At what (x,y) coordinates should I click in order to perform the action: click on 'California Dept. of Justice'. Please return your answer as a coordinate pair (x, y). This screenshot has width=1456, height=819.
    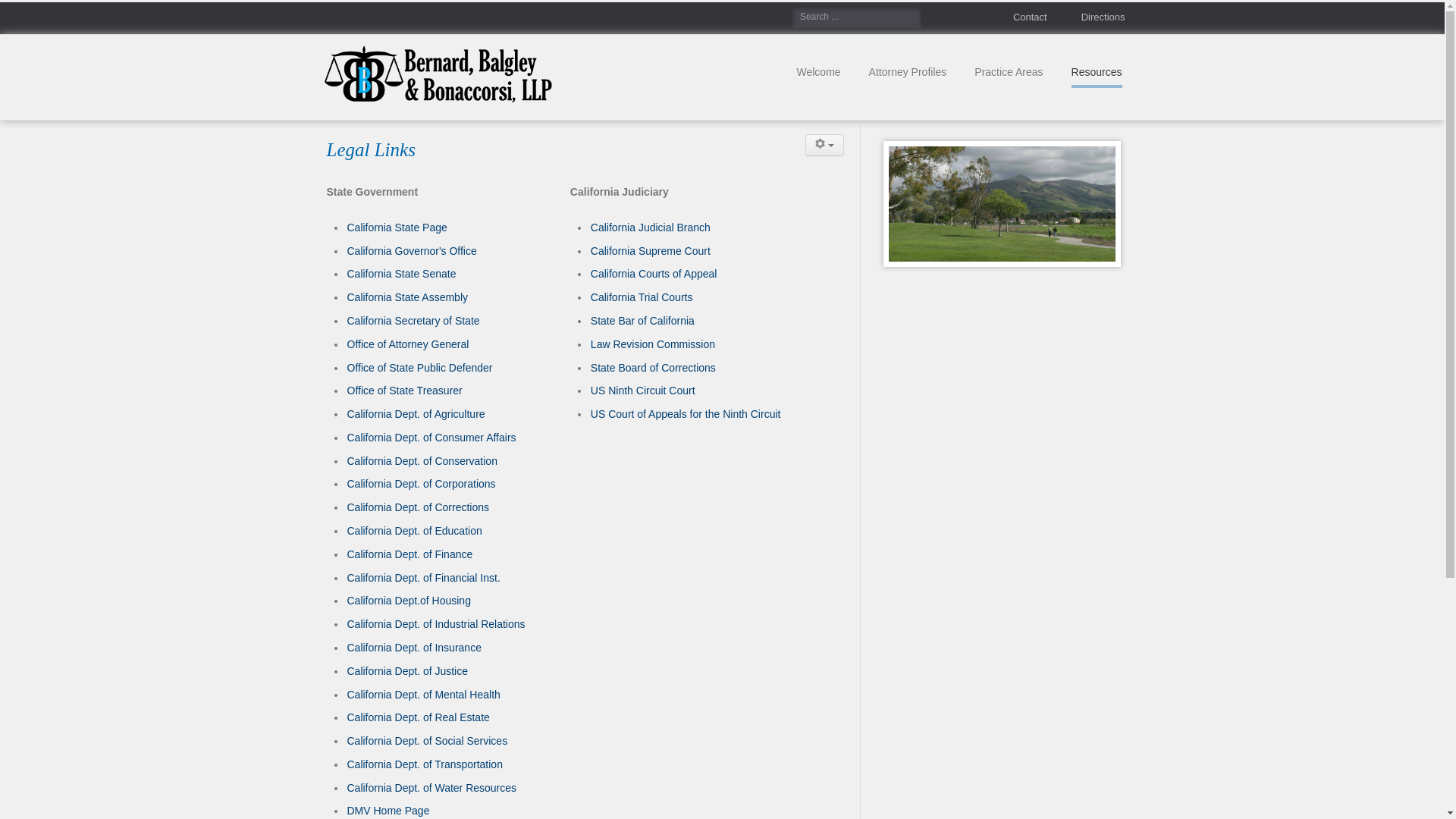
    Looking at the image, I should click on (407, 670).